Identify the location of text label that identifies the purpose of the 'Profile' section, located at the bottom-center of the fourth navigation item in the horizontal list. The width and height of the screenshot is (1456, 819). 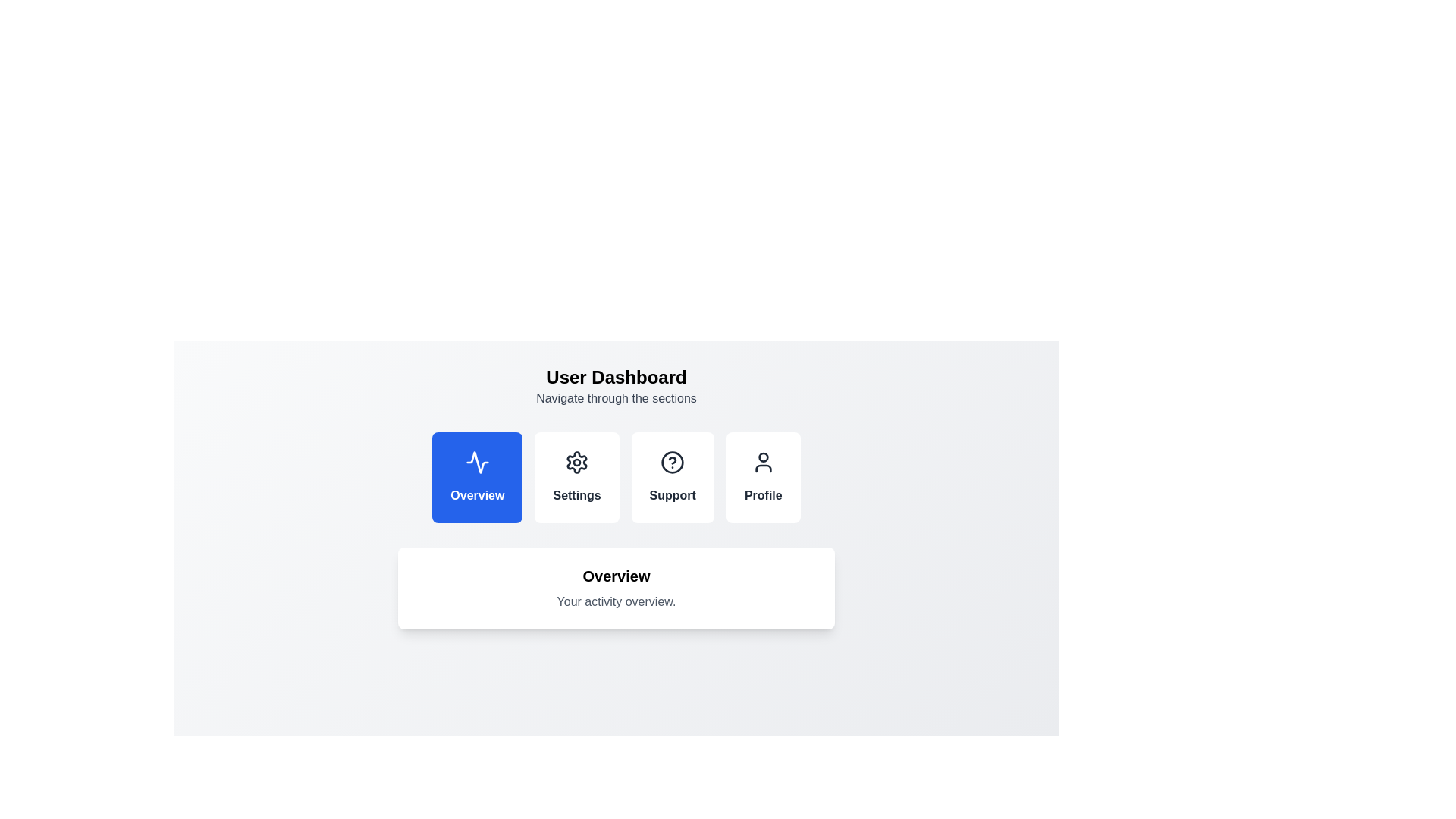
(763, 496).